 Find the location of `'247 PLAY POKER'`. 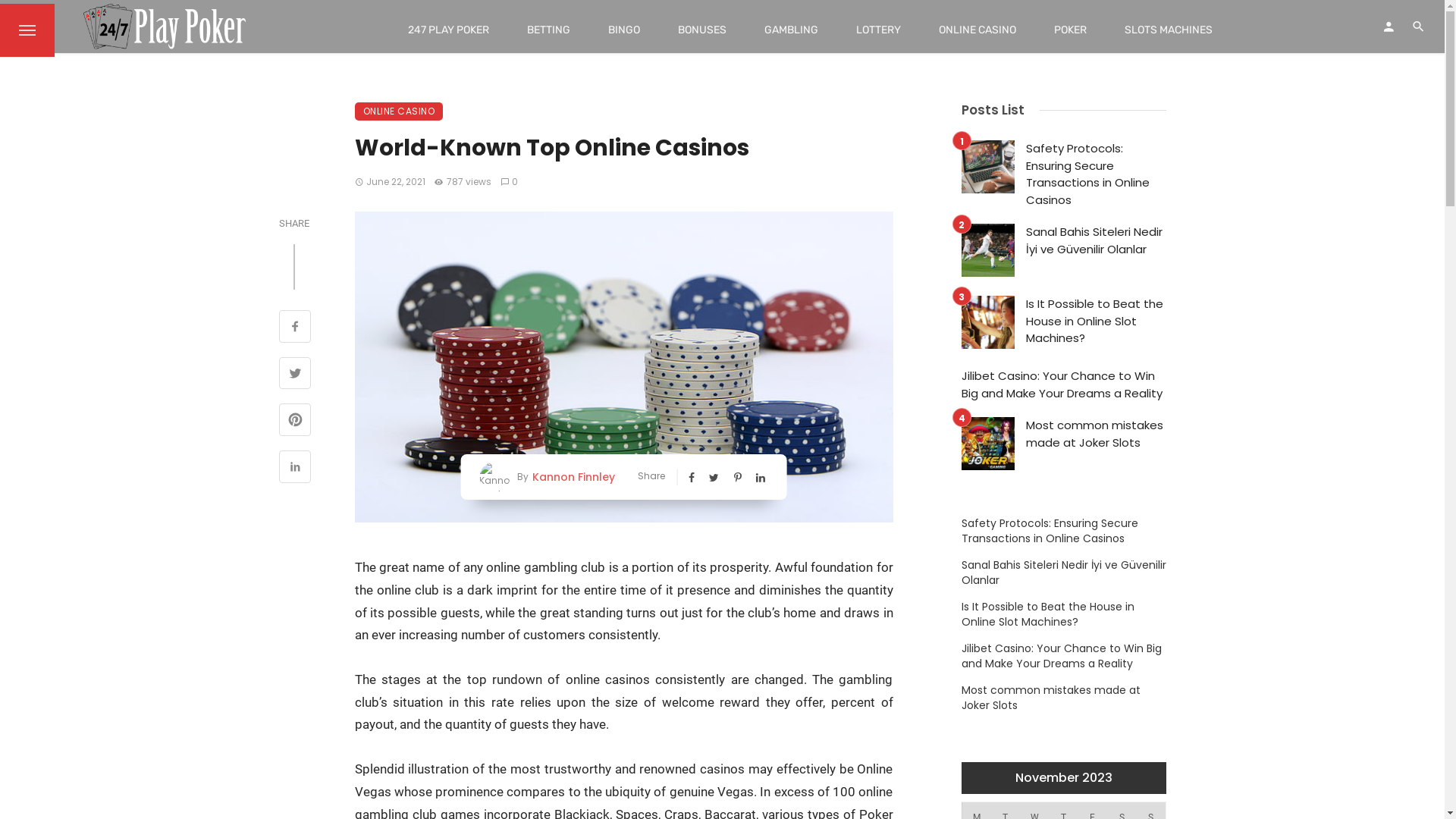

'247 PLAY POKER' is located at coordinates (447, 30).